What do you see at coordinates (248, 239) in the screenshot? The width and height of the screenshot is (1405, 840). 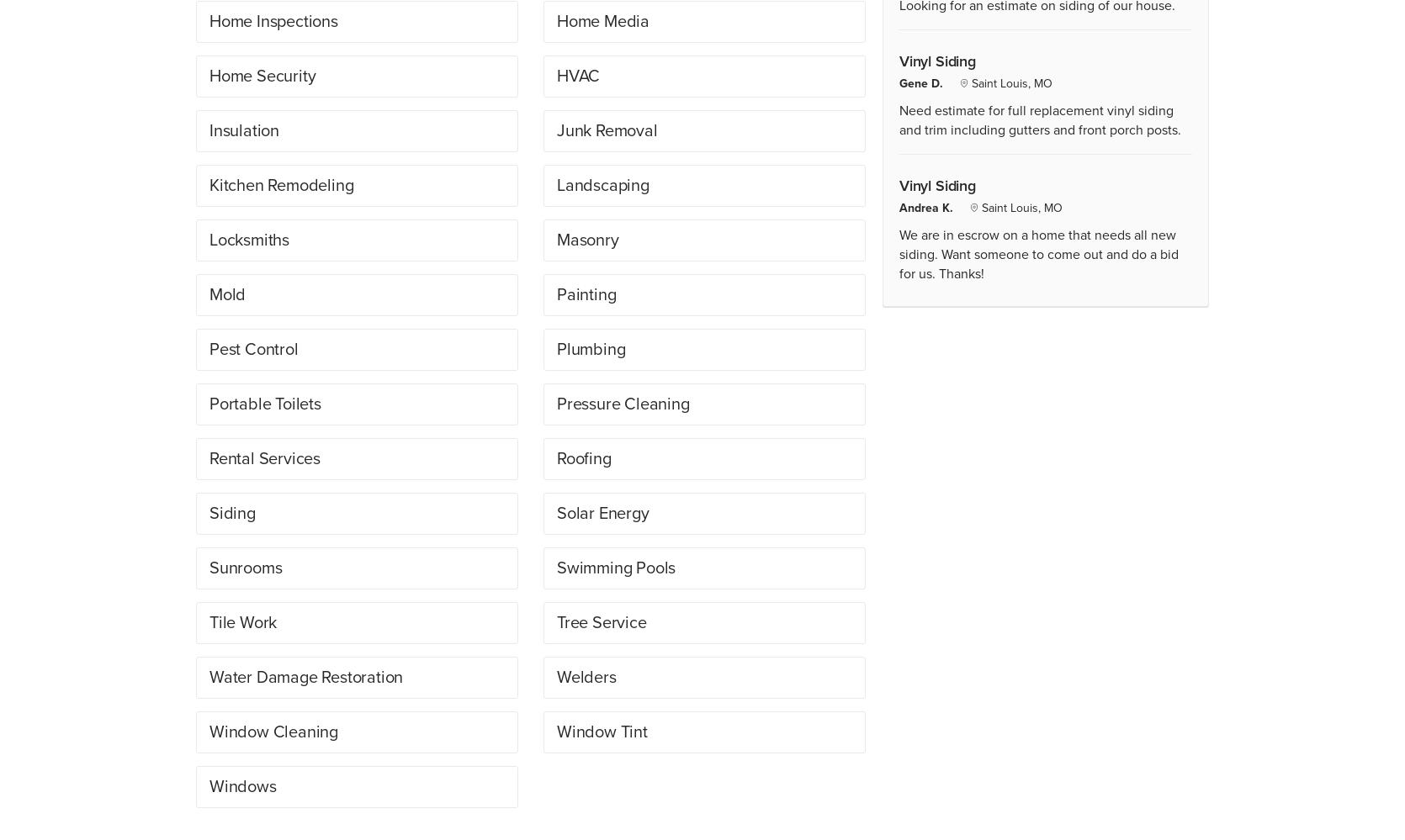 I see `'Locksmiths'` at bounding box center [248, 239].